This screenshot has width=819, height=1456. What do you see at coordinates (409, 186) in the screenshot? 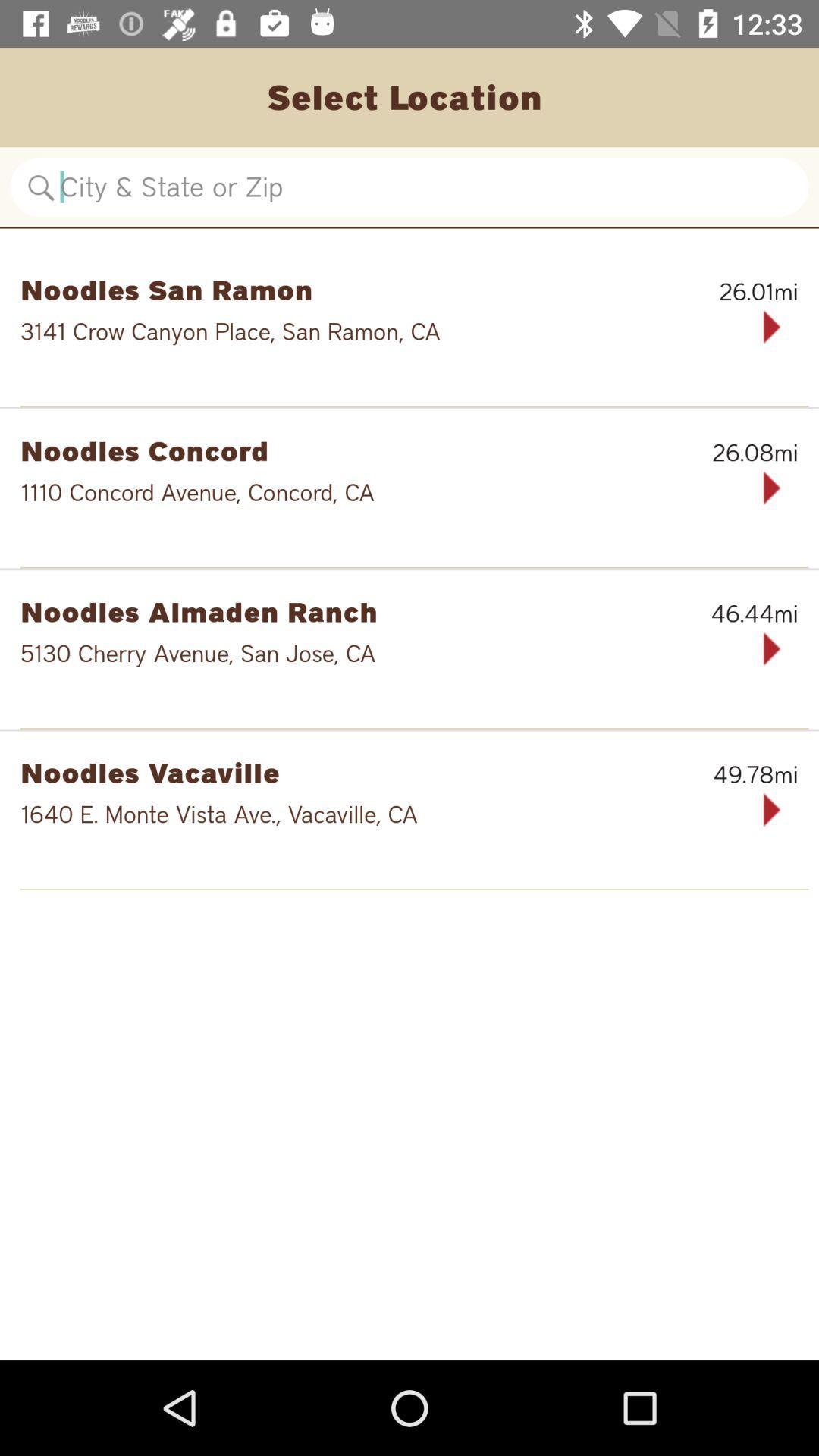
I see `search location` at bounding box center [409, 186].